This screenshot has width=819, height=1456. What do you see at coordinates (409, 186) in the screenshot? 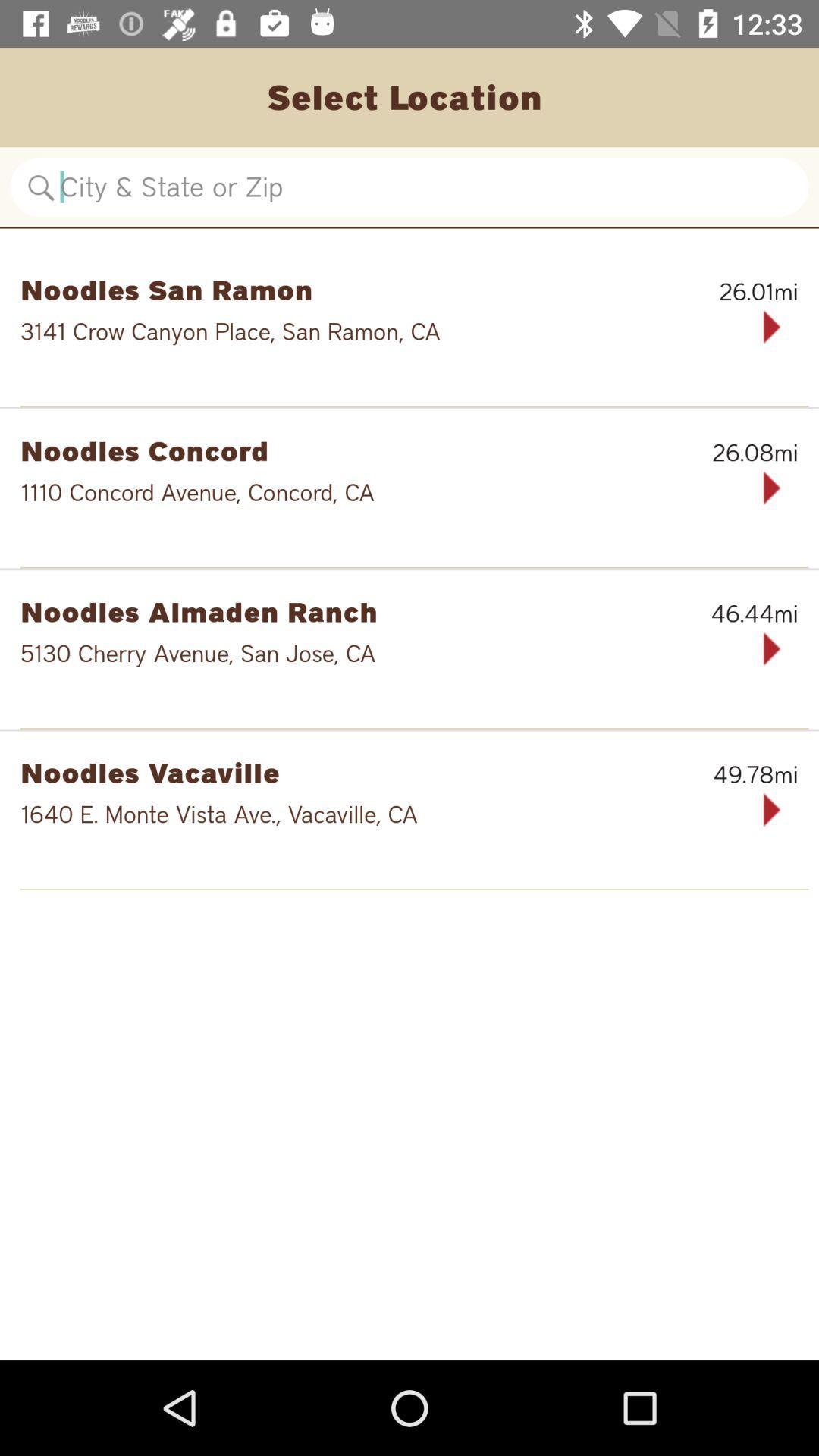
I see `search location` at bounding box center [409, 186].